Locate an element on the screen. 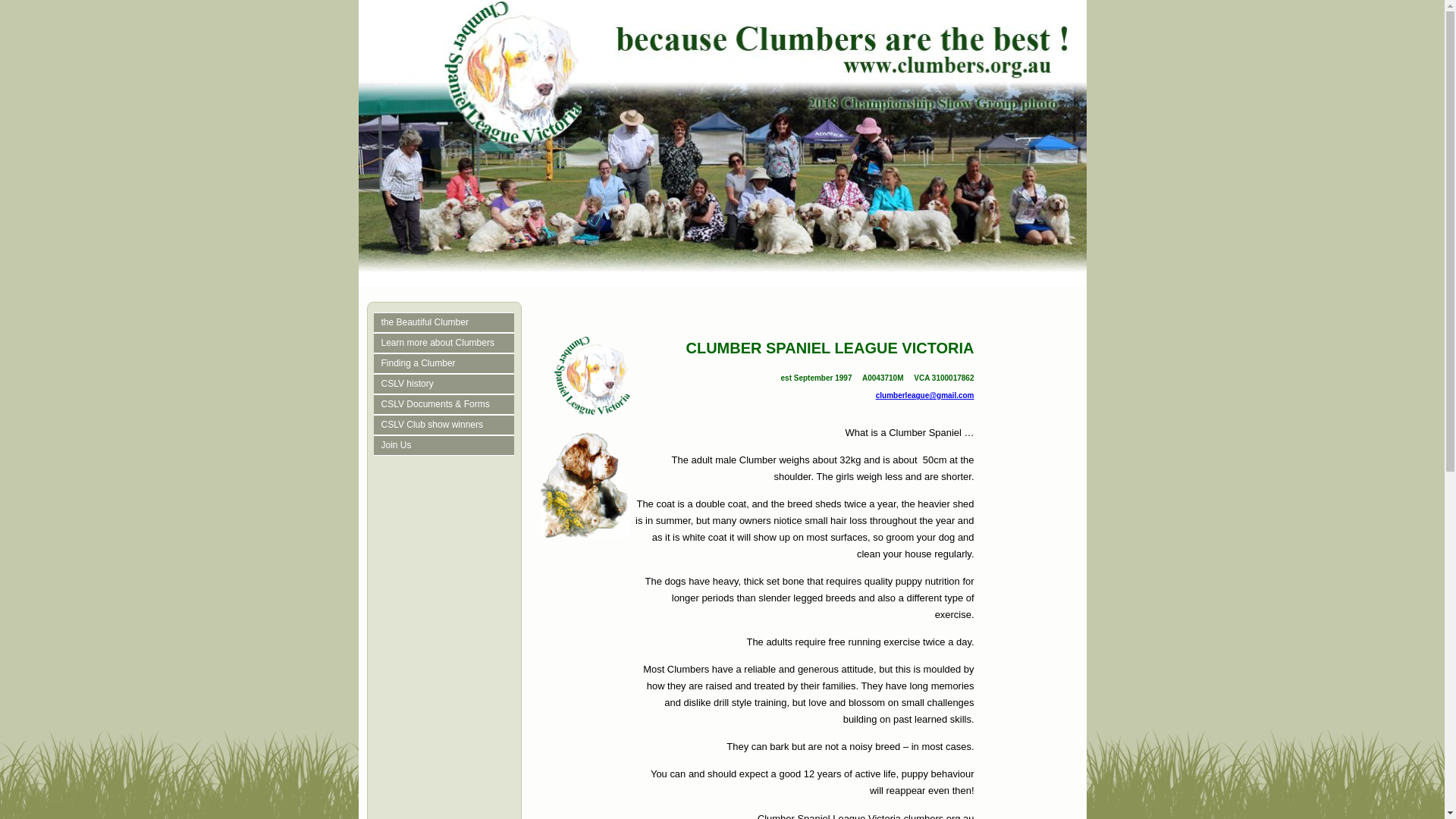 The width and height of the screenshot is (1456, 819). 'CSLV Documents & Forms' is located at coordinates (446, 403).